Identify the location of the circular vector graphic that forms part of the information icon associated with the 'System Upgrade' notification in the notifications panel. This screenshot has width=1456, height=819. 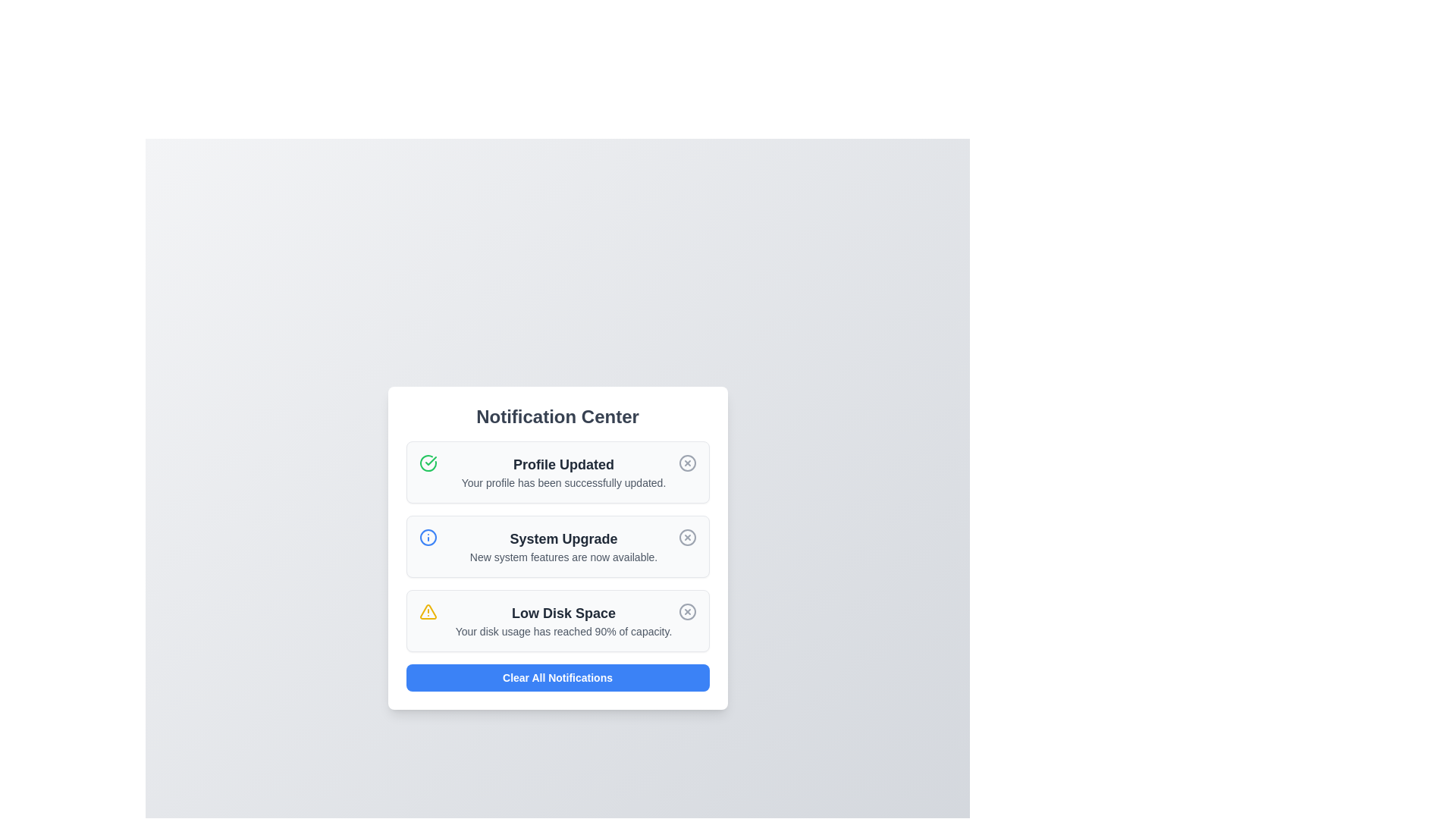
(427, 537).